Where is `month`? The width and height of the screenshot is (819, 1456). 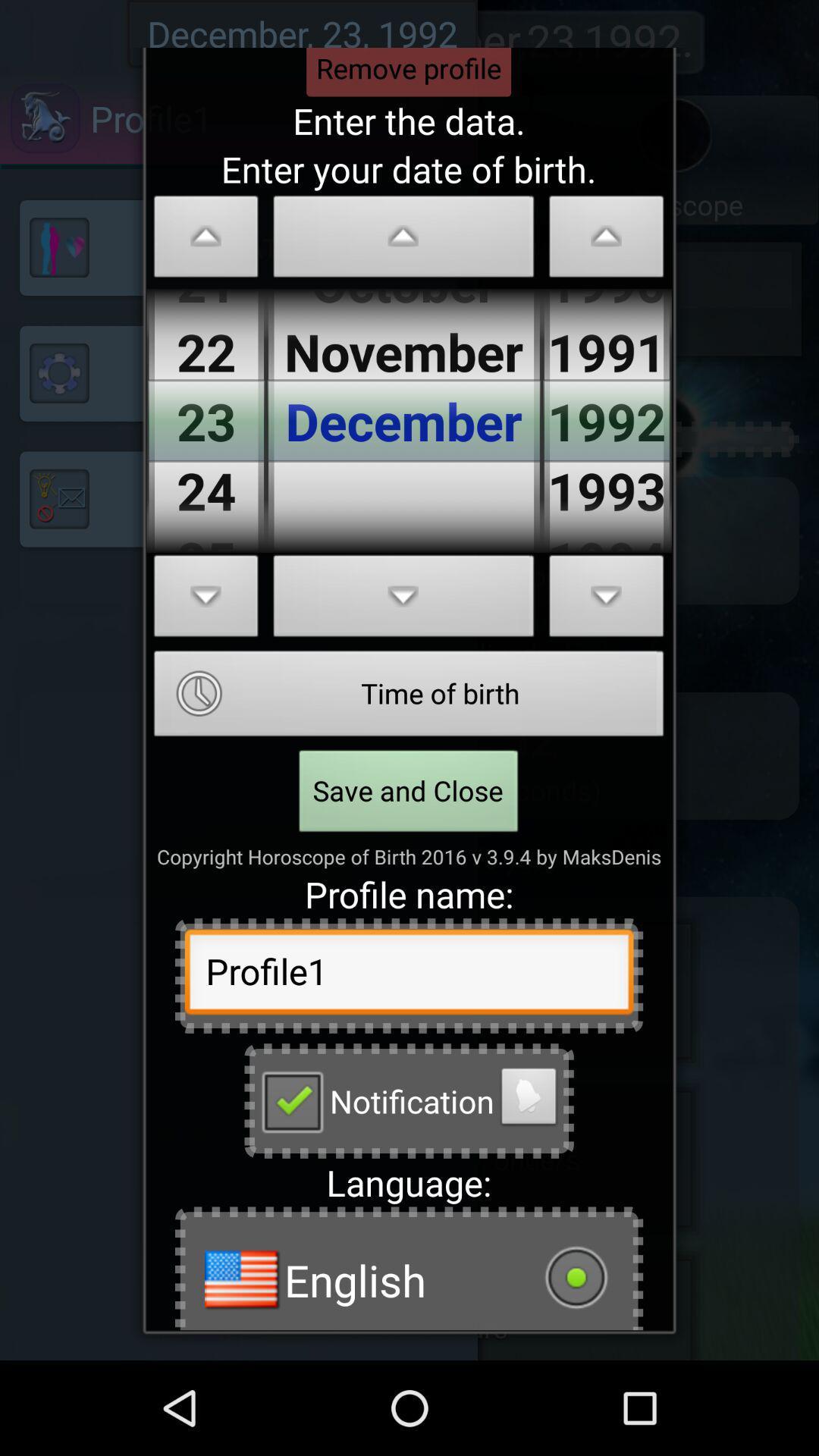 month is located at coordinates (403, 240).